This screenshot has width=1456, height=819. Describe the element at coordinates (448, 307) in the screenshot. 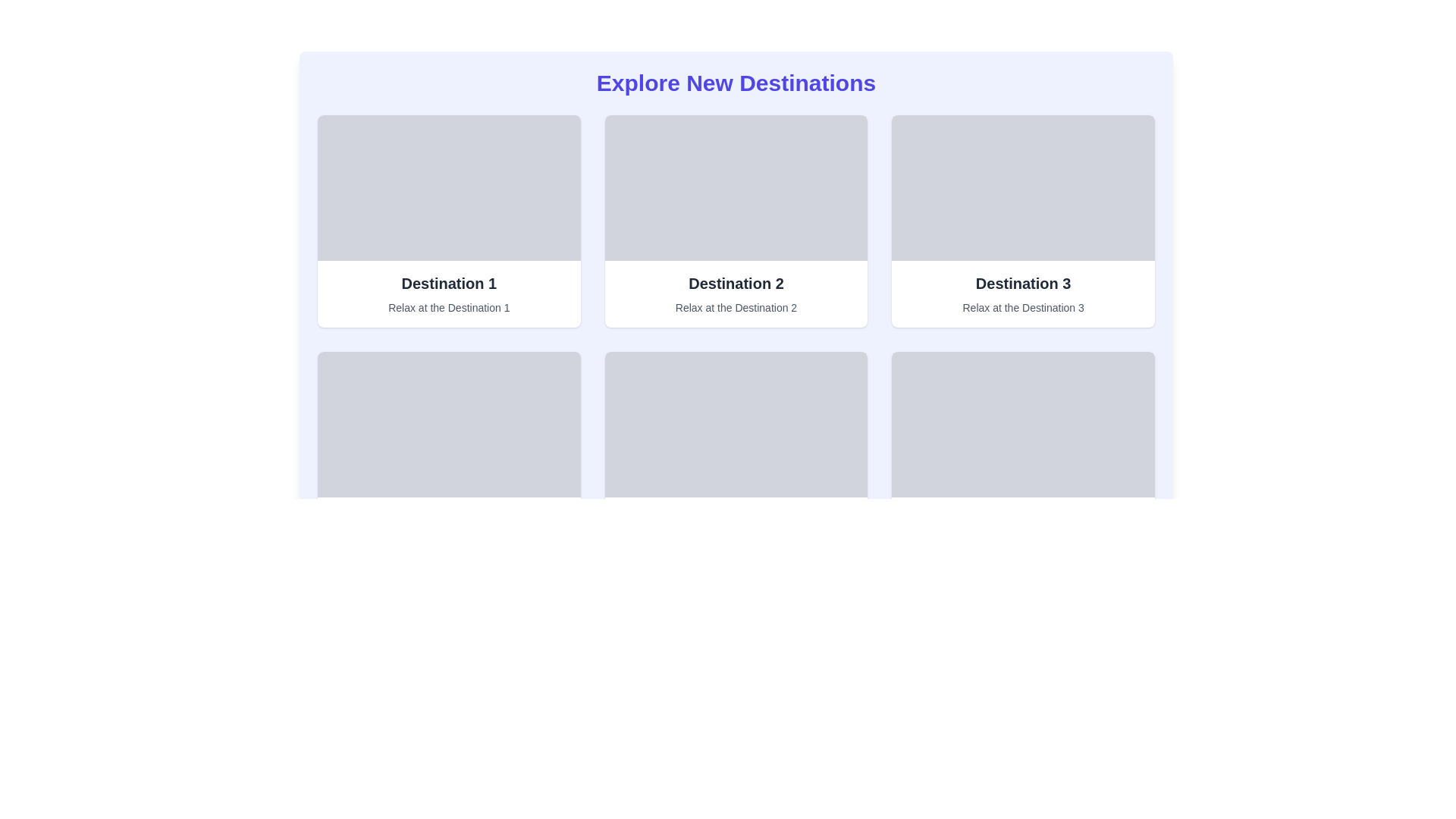

I see `the text label that reads 'Relax at the Destination 1', which is styled in a small font size and gray color, positioned below the main heading 'Destination 1' within the first card of a grid layout` at that location.